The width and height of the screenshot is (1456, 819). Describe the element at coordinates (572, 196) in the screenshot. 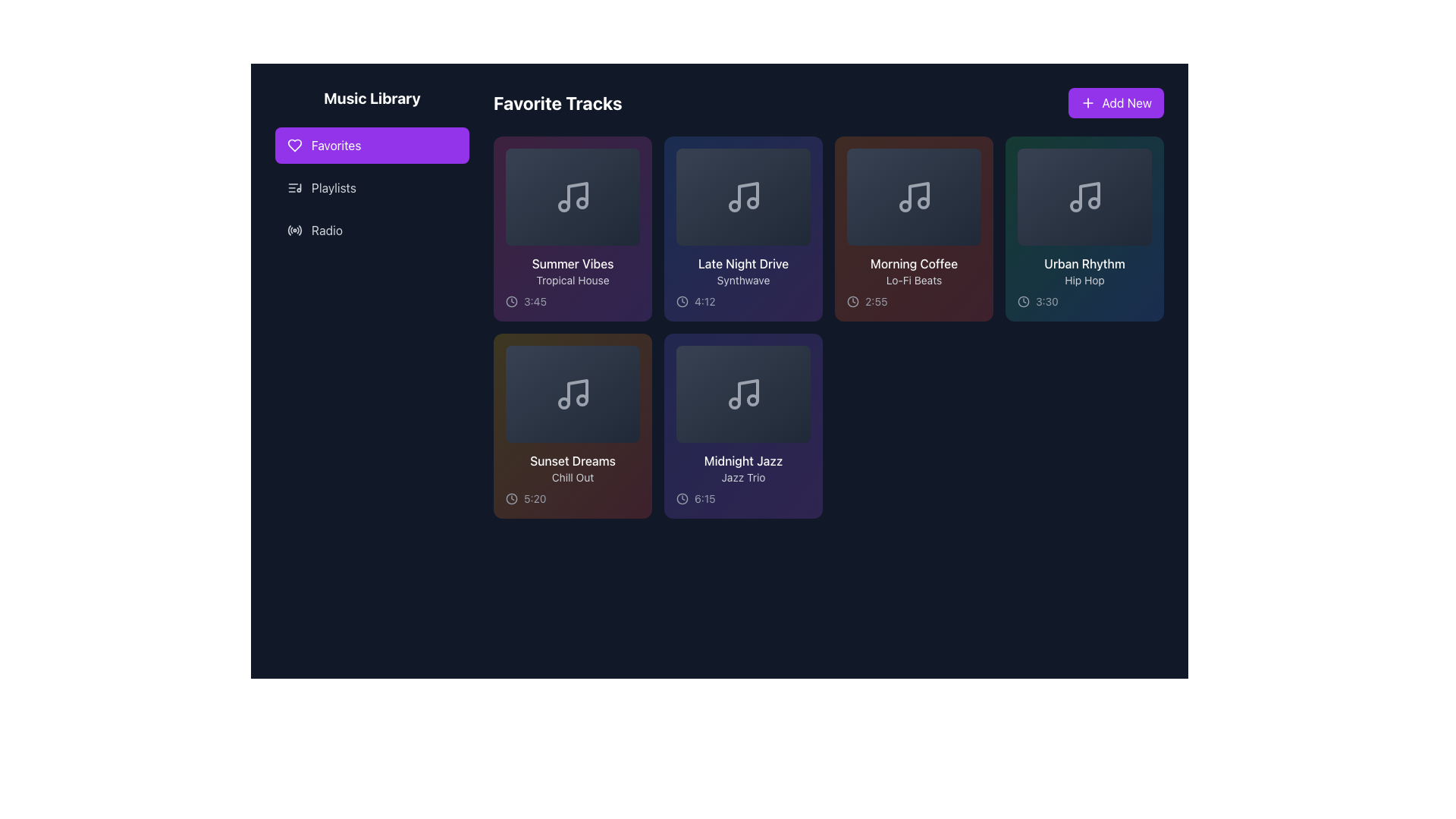

I see `the top-left card in the grid labeled 'Summer Vibes' that contains a musical note icon` at that location.